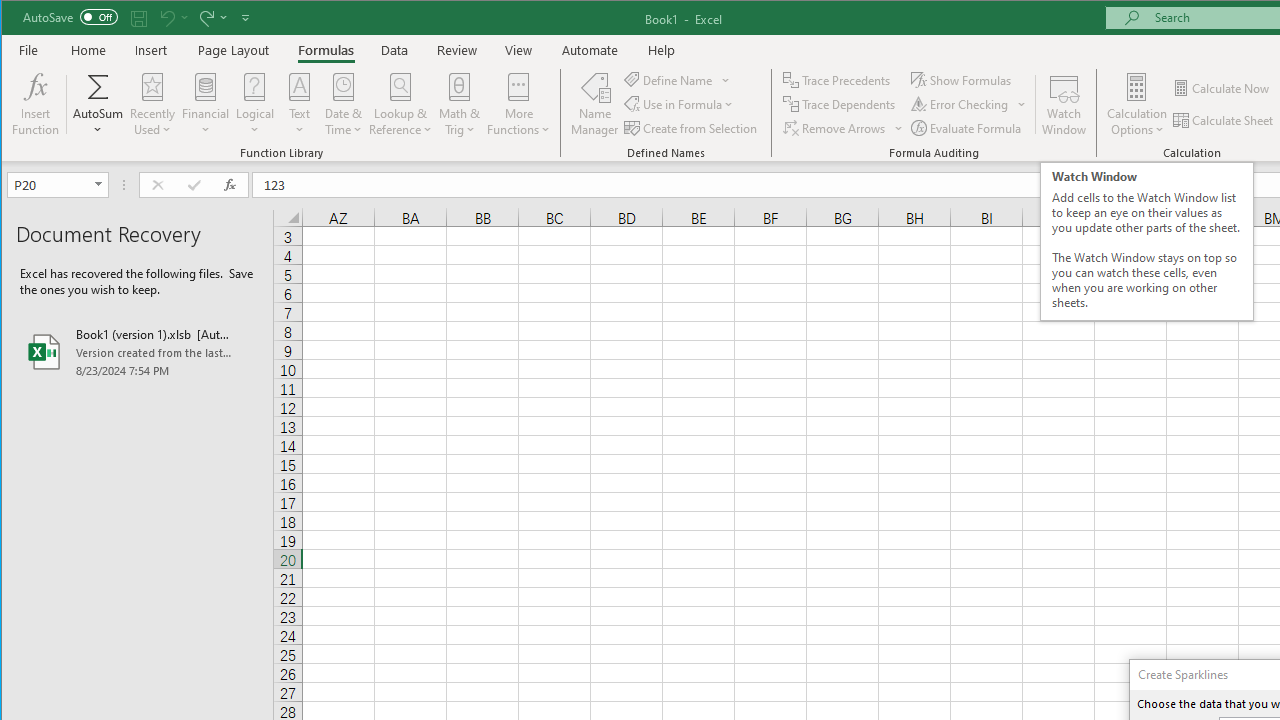 The image size is (1280, 720). What do you see at coordinates (400, 104) in the screenshot?
I see `'Lookup & Reference'` at bounding box center [400, 104].